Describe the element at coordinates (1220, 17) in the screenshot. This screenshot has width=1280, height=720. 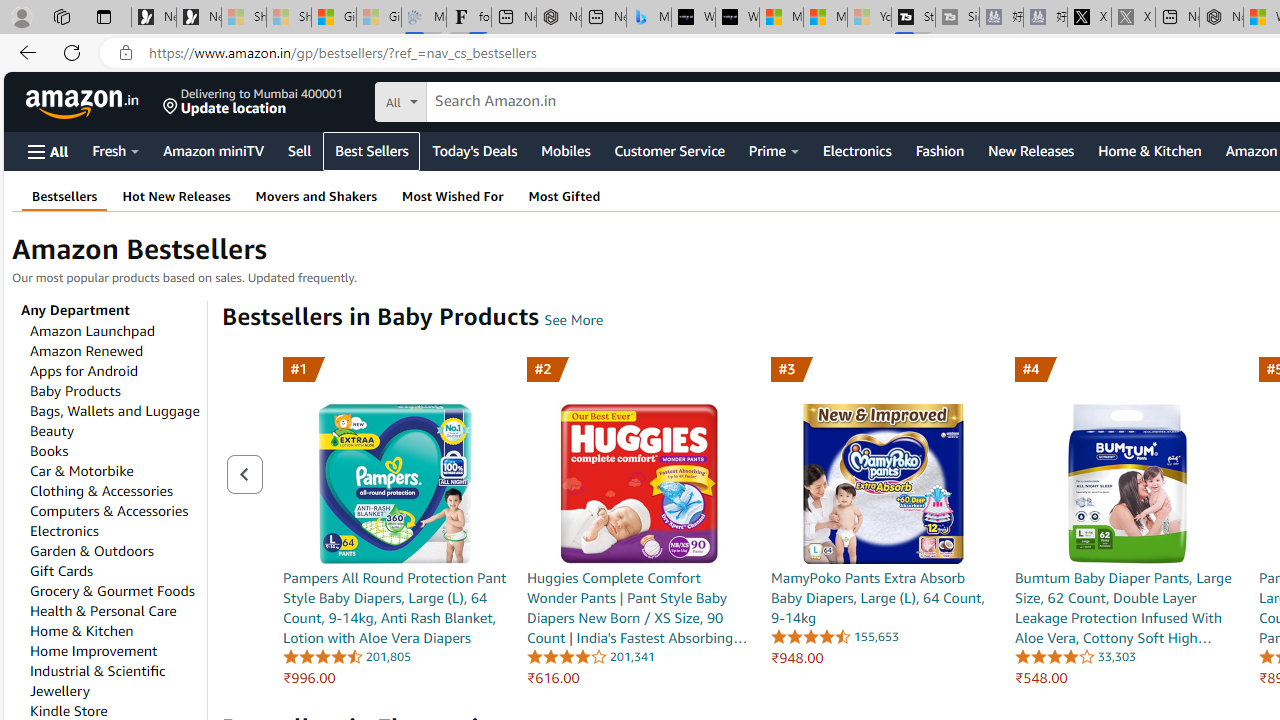
I see `'Nordace - My Account'` at that location.